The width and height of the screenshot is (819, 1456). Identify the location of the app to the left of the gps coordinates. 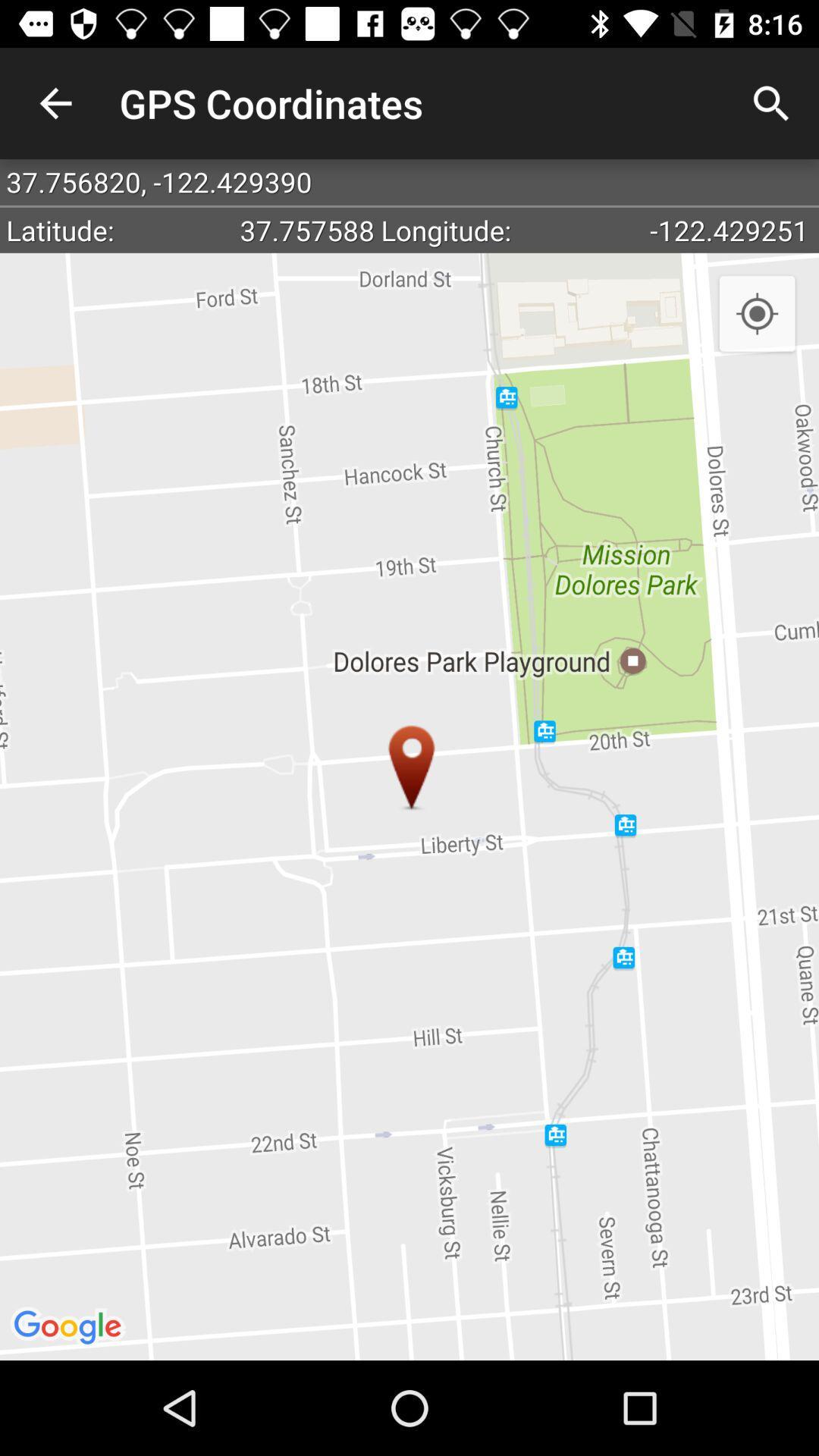
(55, 102).